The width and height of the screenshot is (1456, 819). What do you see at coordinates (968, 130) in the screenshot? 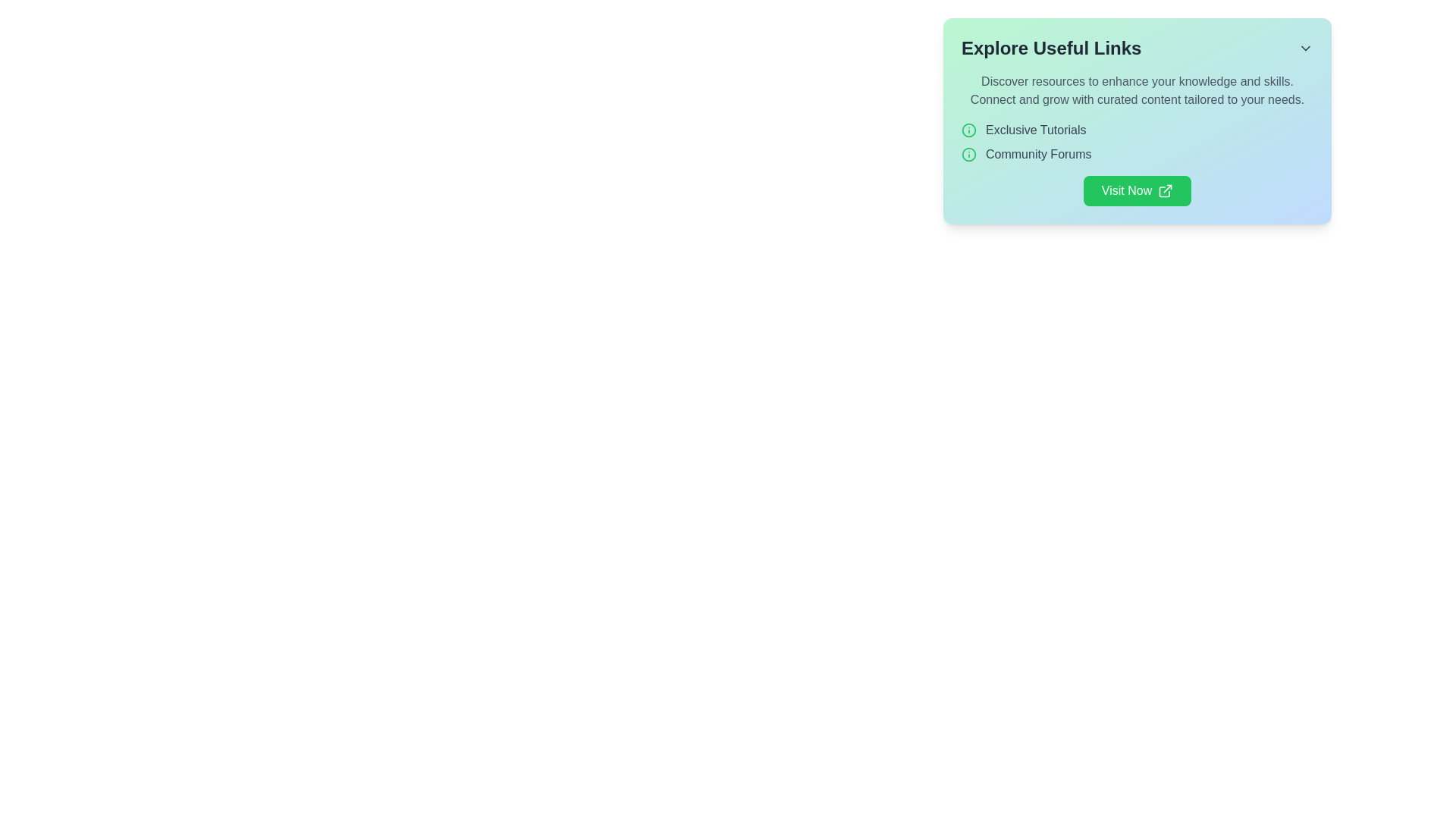
I see `the information or status icon located to the left of the 'Exclusive Tutorials' text and above the 'Community Forums' text` at bounding box center [968, 130].